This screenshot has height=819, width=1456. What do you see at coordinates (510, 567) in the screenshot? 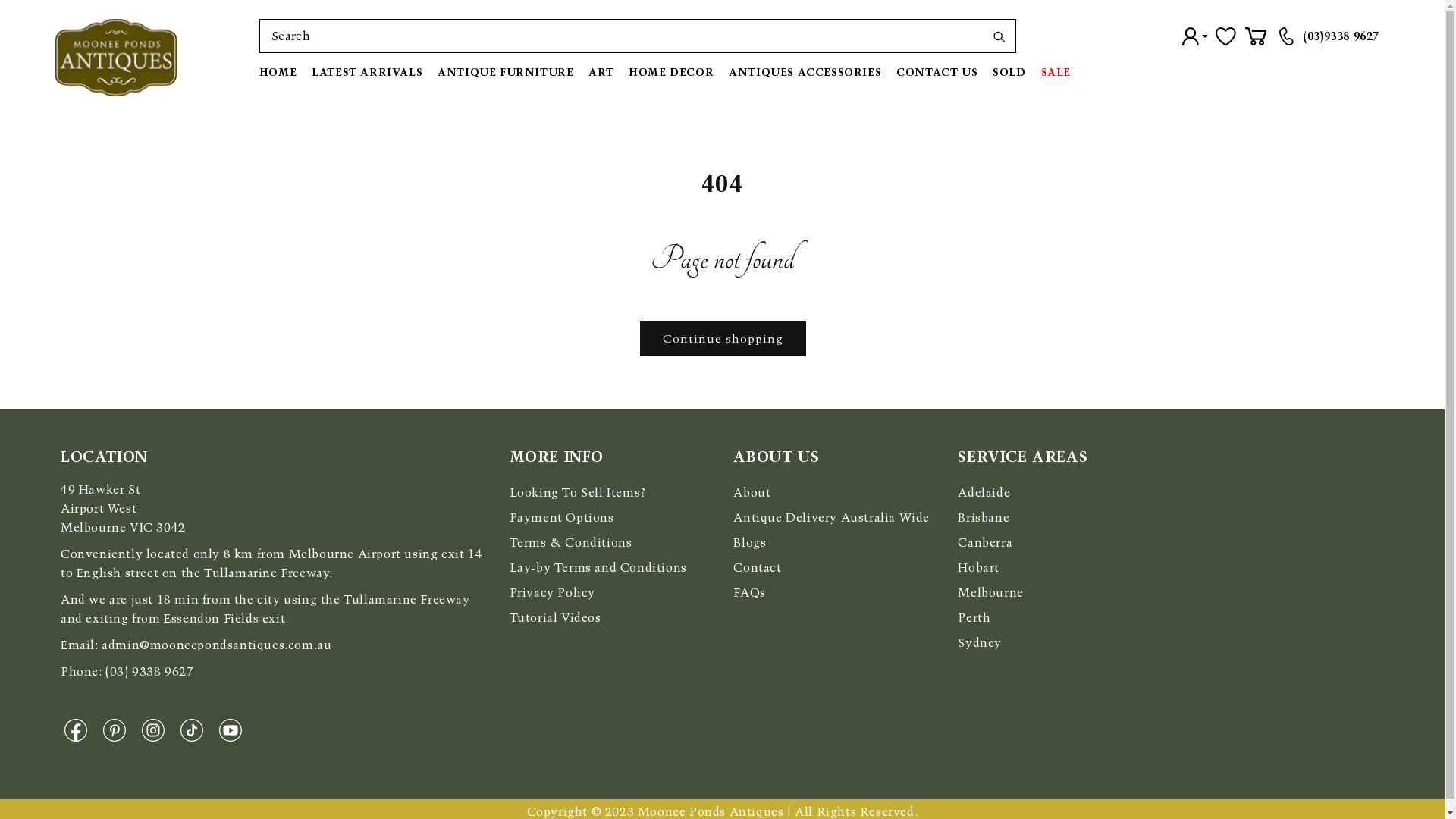
I see `'Lay-by Terms and Conditions'` at bounding box center [510, 567].